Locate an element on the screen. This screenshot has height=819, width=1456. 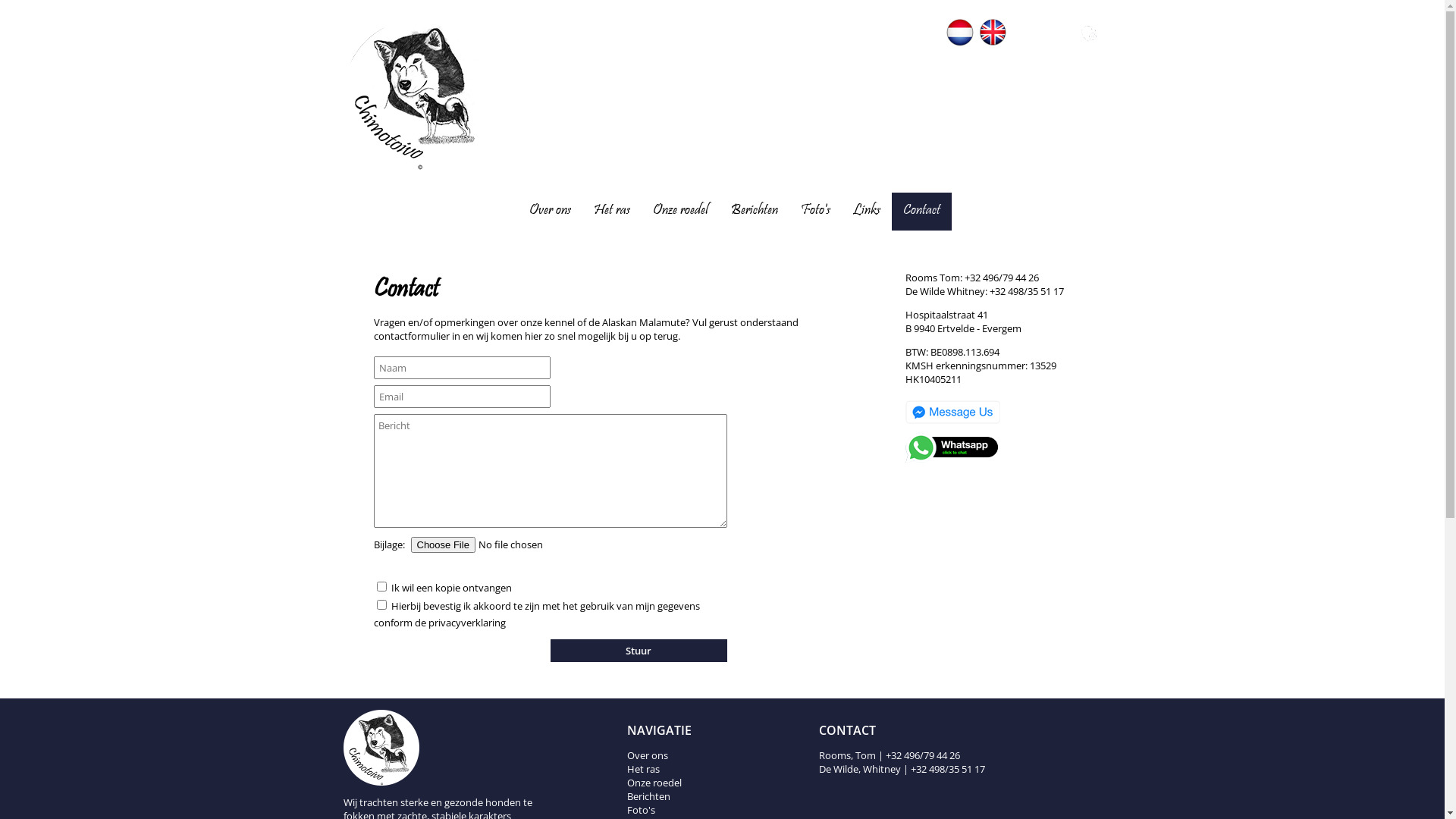
'Contact' is located at coordinates (920, 211).